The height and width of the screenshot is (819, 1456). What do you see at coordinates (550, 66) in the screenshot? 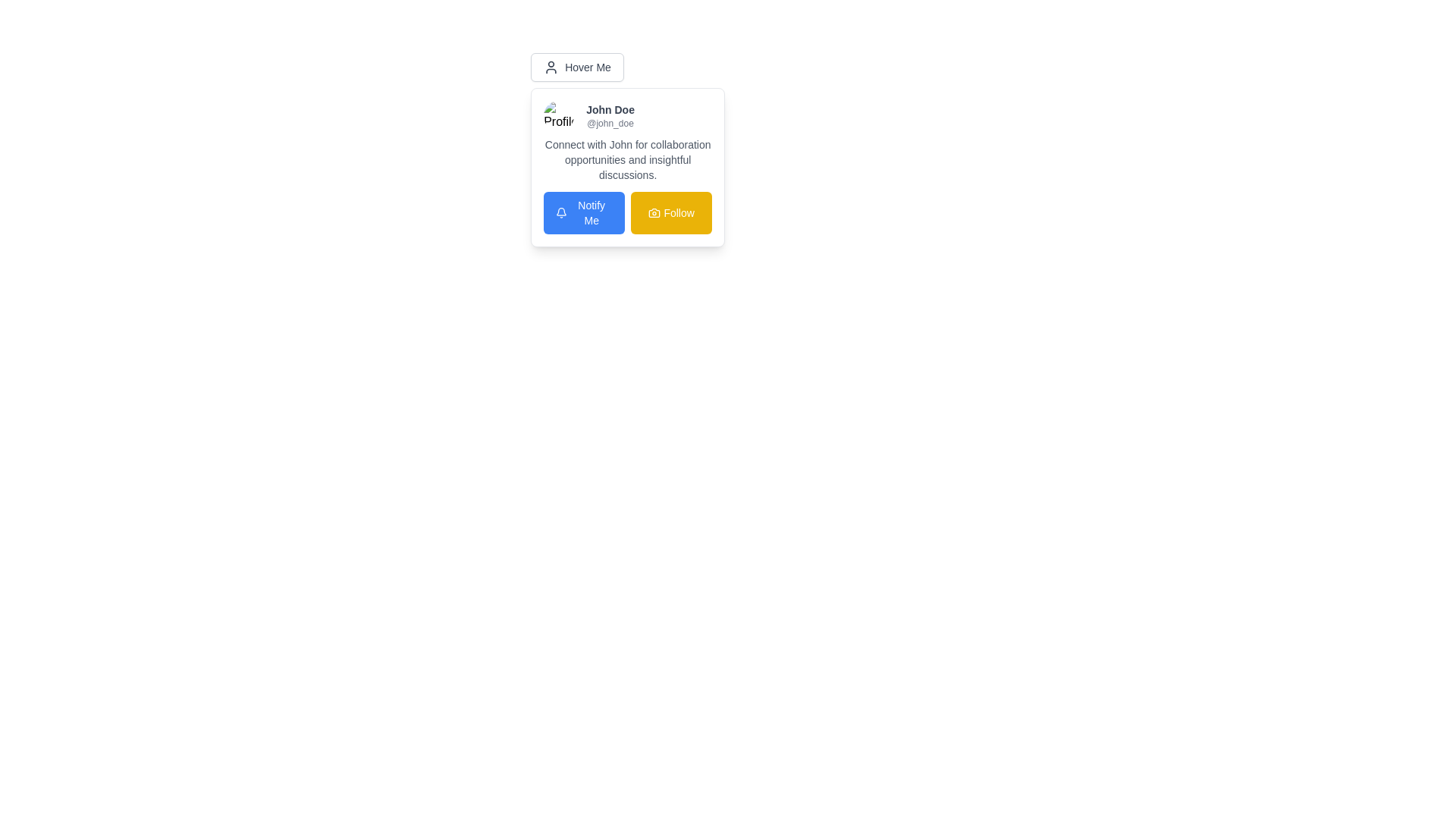
I see `the user profile icon located on the left side of the 'Hover Me' button` at bounding box center [550, 66].